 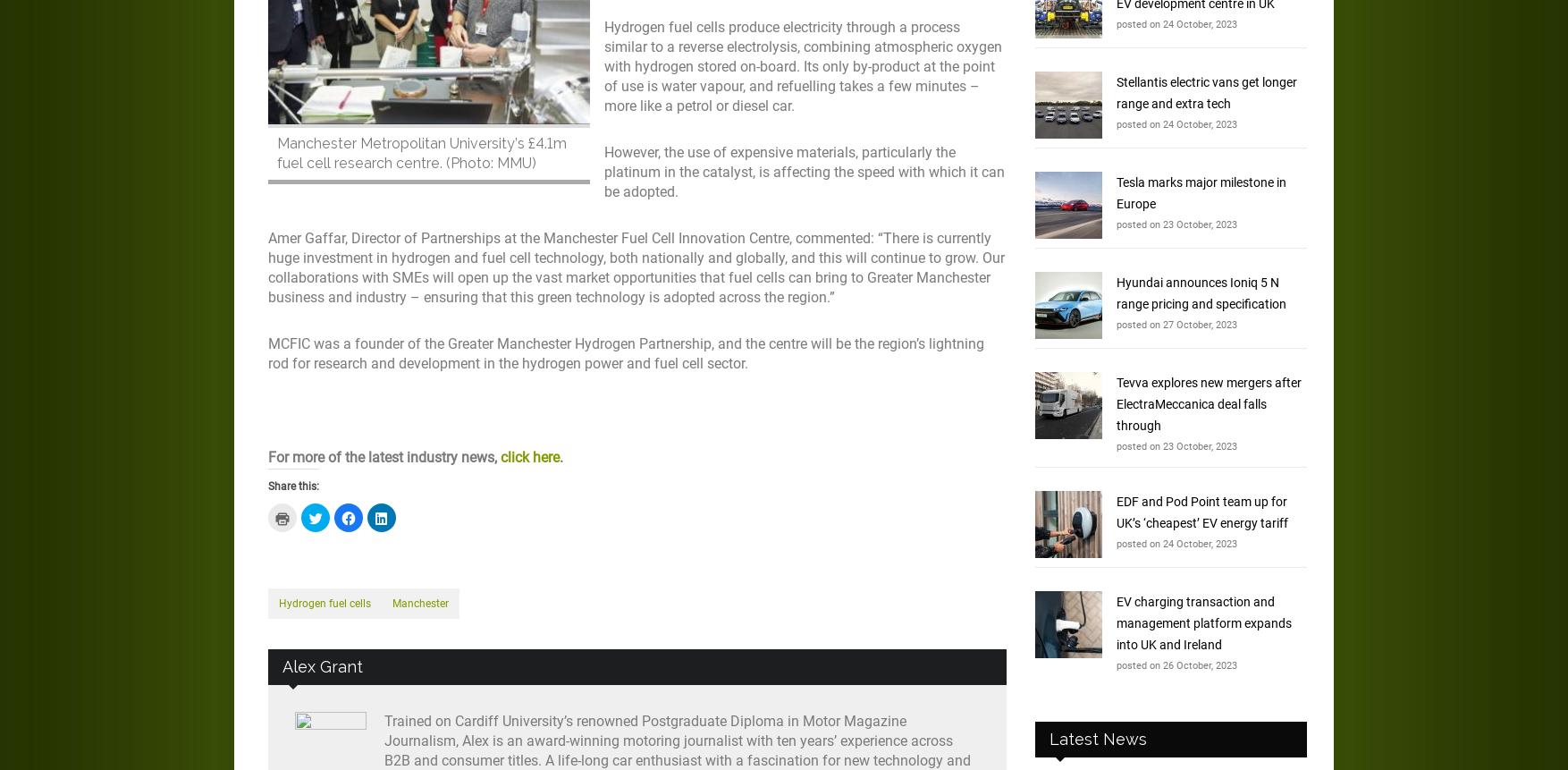 I want to click on 'posted on 26 October, 2023', so click(x=1176, y=664).